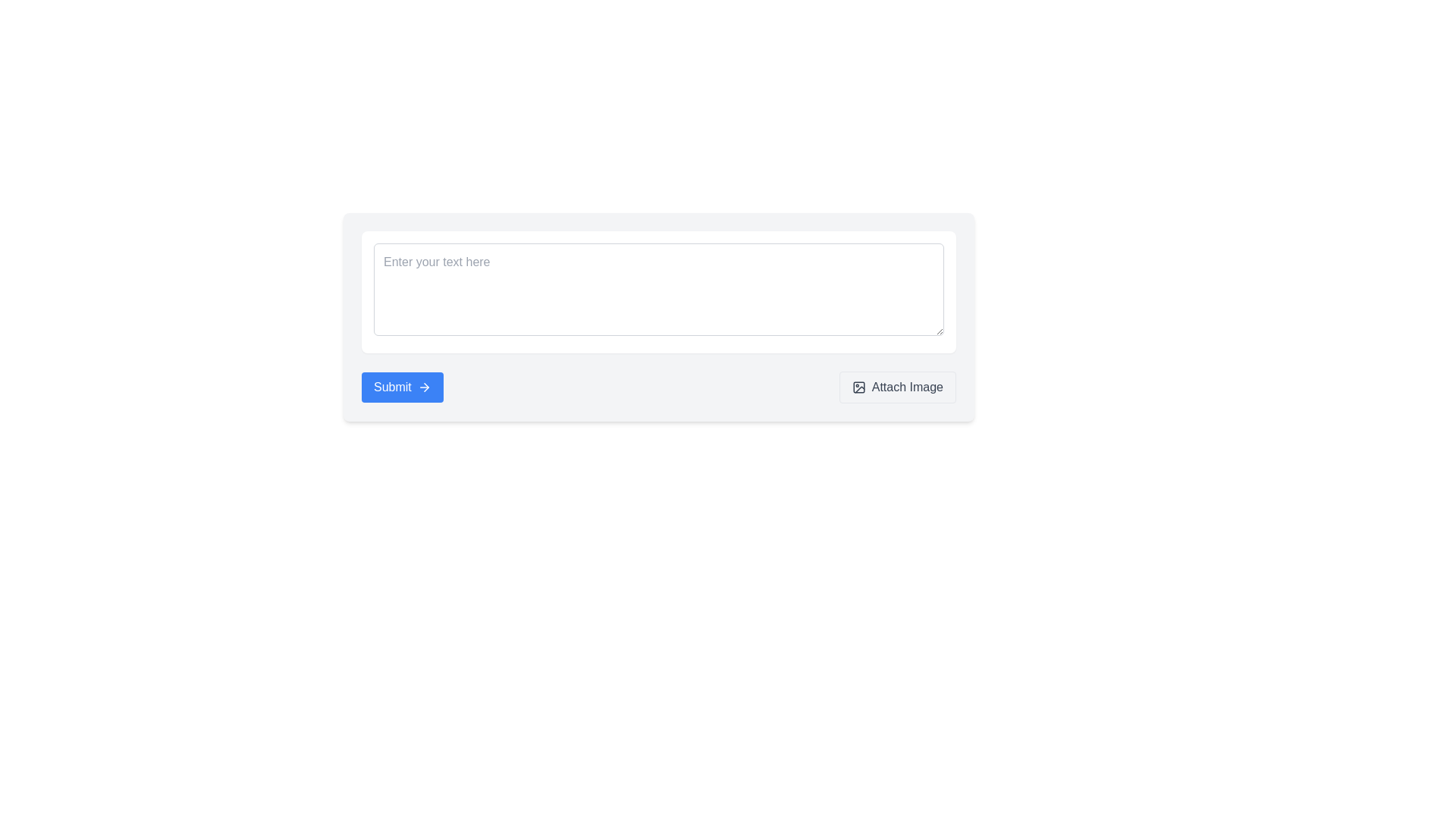  What do you see at coordinates (858, 386) in the screenshot?
I see `the 'Attach Image' button, which is indicated by the icon located to the left of the text label at the bottom-right corner of the form interface, to initiate image attachment` at bounding box center [858, 386].